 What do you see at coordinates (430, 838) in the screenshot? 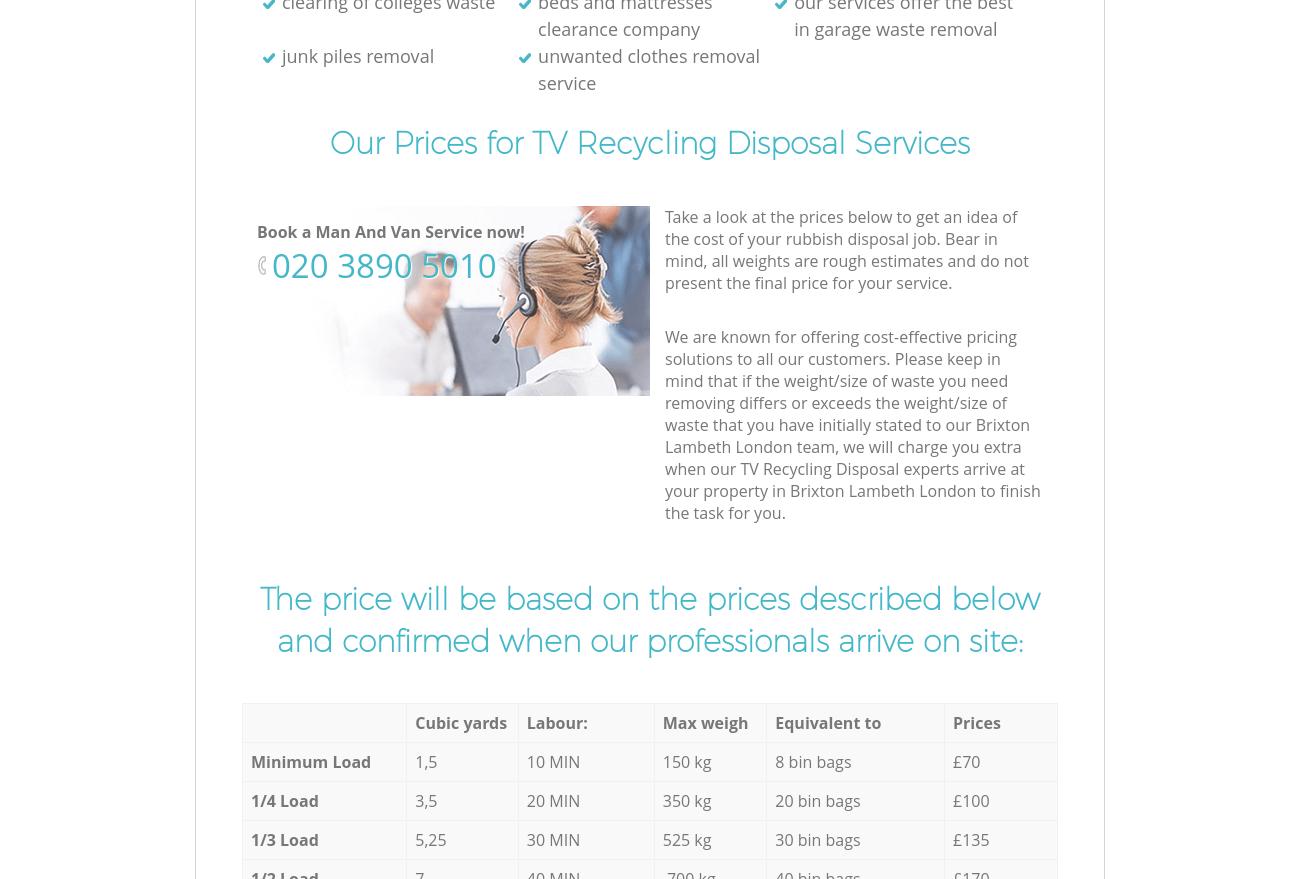
I see `'5,25'` at bounding box center [430, 838].